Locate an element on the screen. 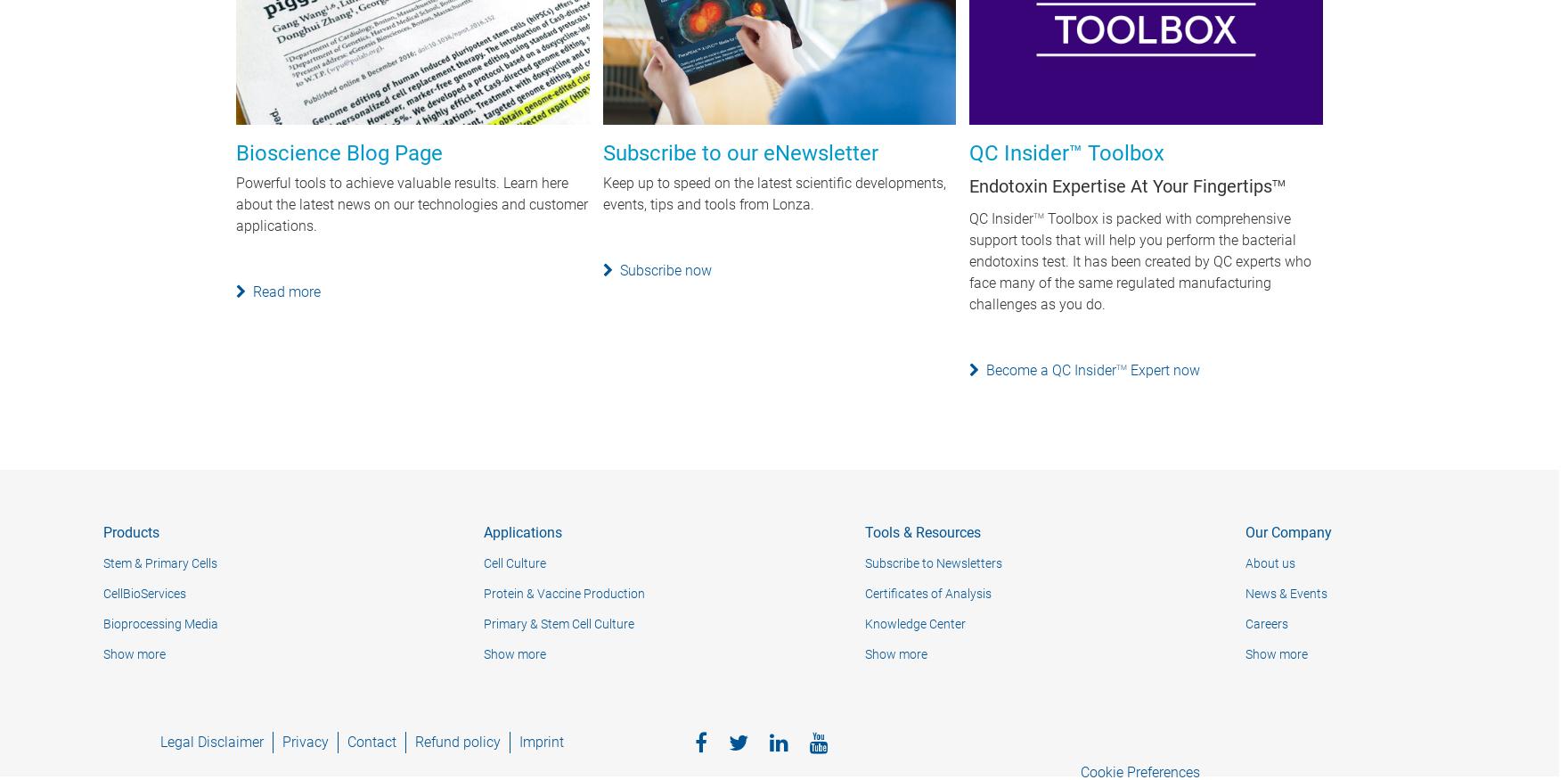 The height and width of the screenshot is (780, 1568). 'Imprint' is located at coordinates (542, 742).